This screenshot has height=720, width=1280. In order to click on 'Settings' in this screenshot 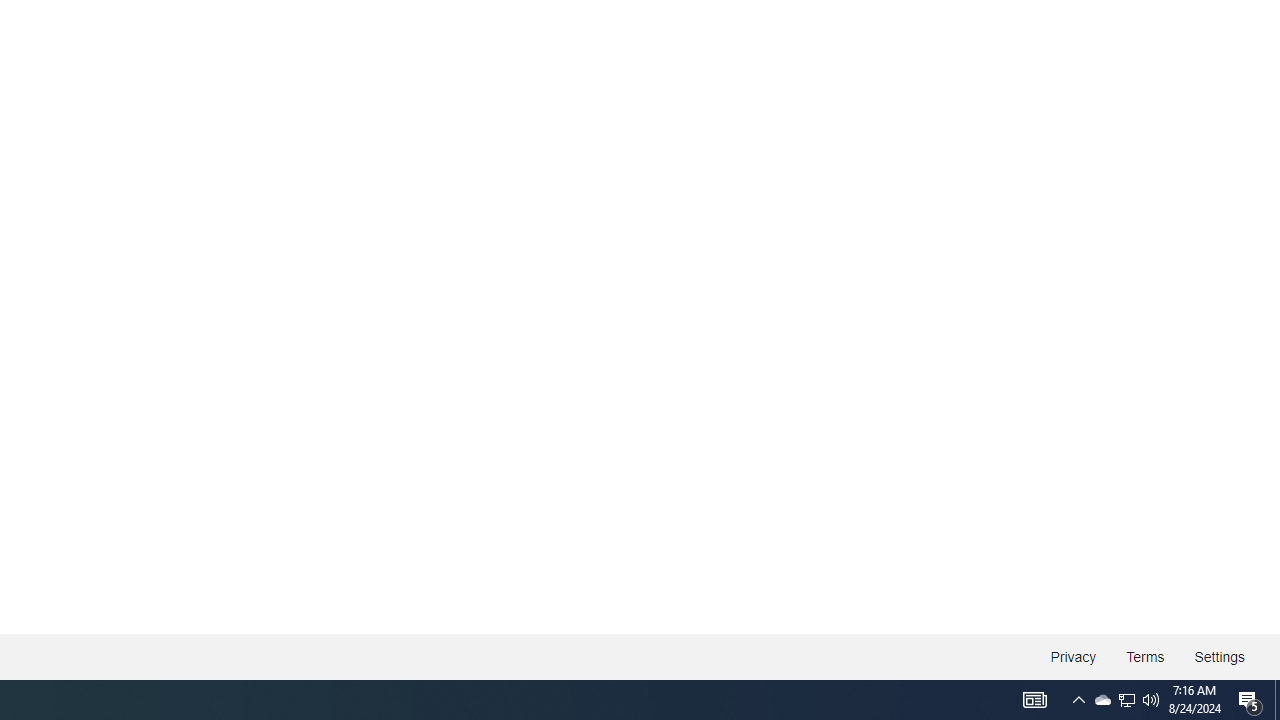, I will do `click(1218, 657)`.